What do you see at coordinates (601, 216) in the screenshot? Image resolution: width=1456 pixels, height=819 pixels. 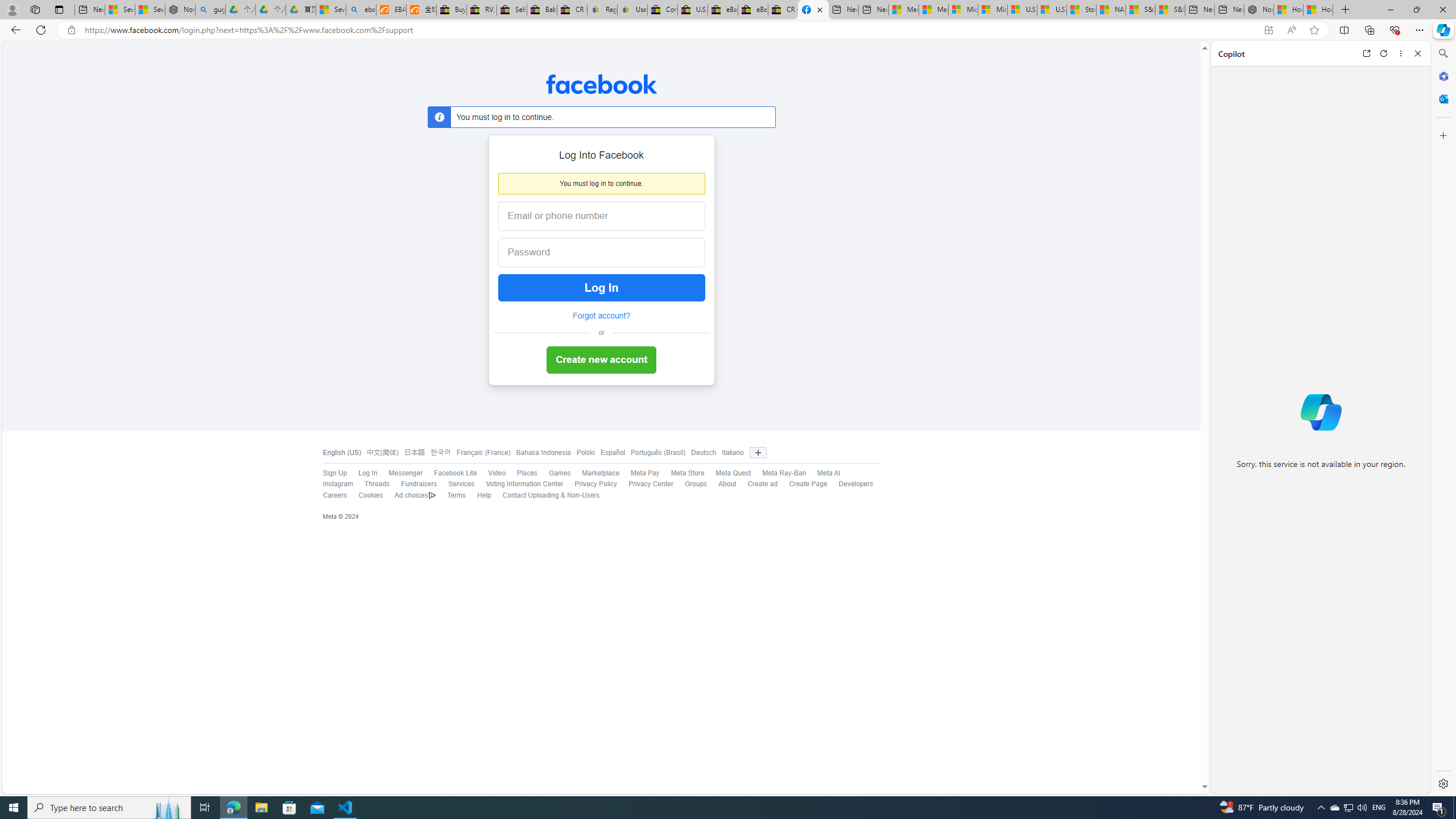 I see `'Email or phone number'` at bounding box center [601, 216].